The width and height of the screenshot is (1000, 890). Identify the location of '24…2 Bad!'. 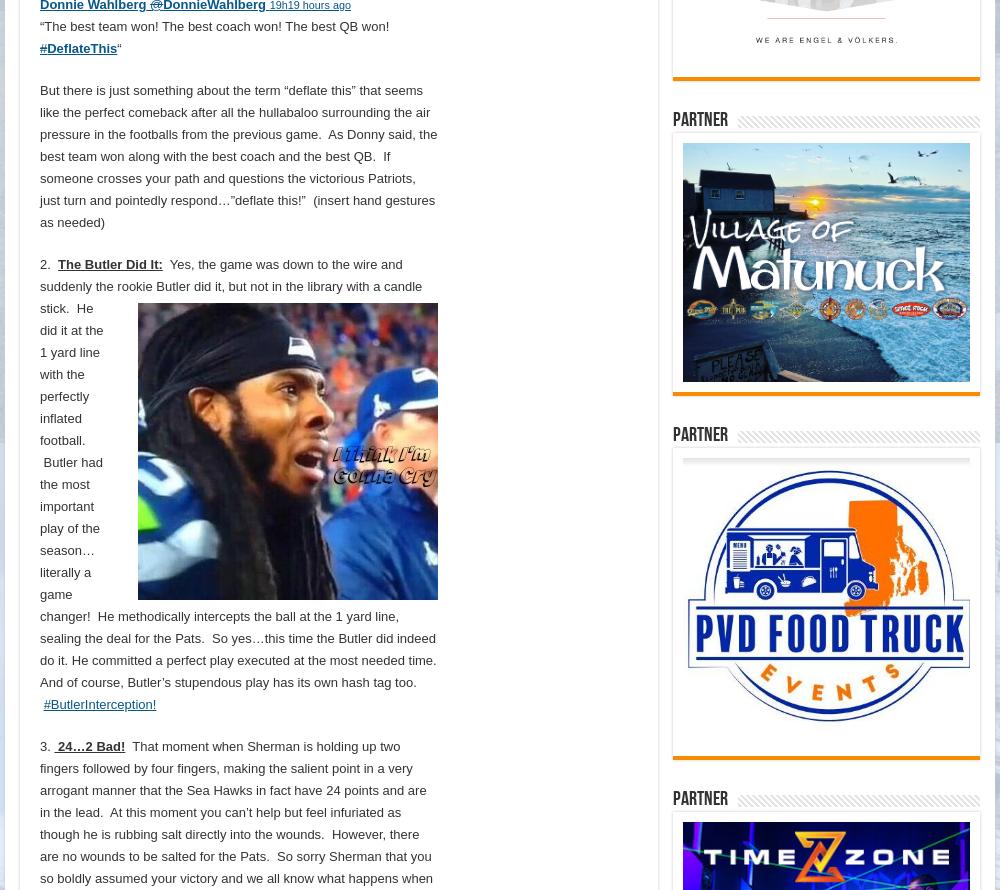
(88, 745).